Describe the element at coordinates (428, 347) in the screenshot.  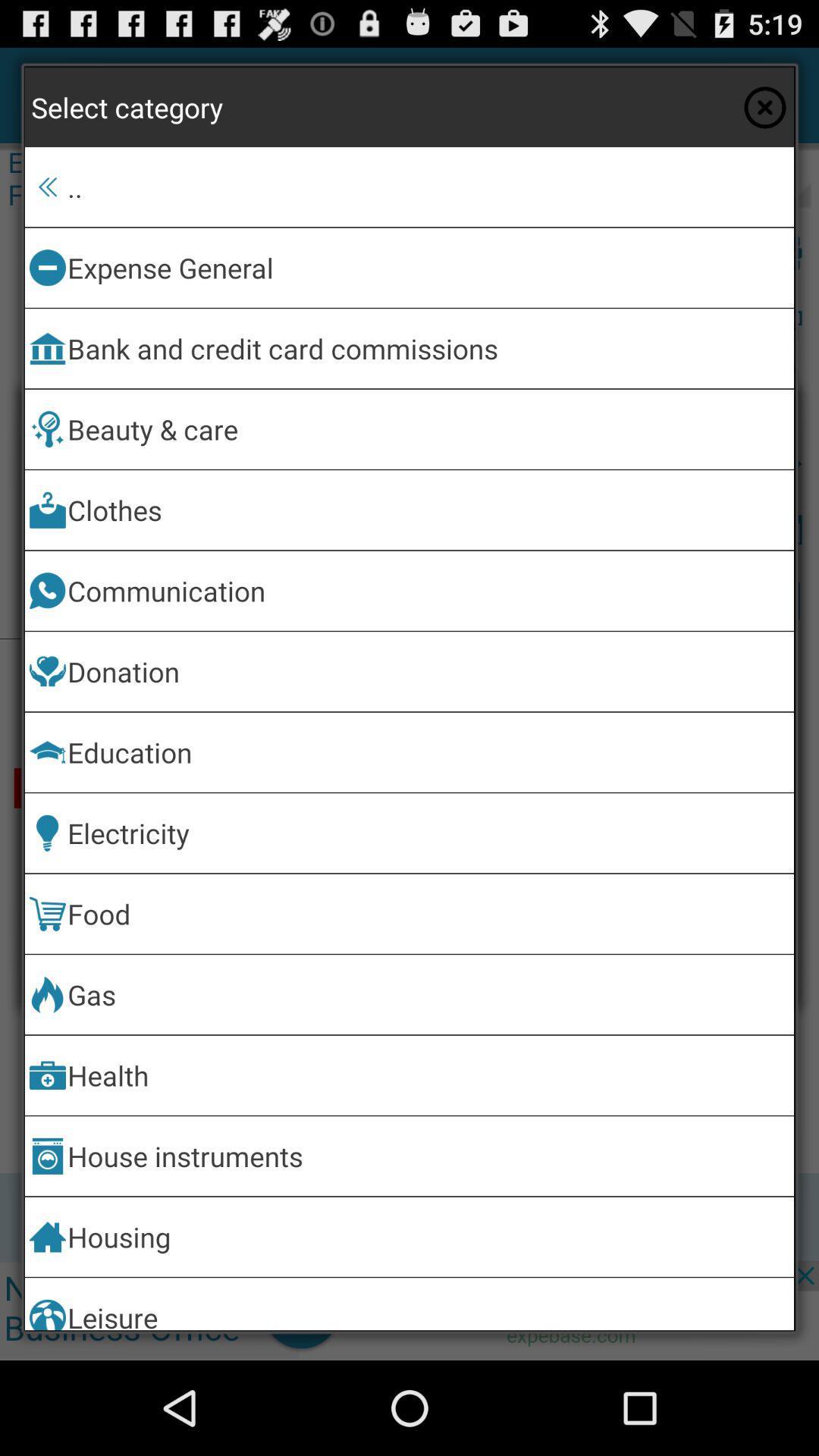
I see `icon above the beauty & care app` at that location.